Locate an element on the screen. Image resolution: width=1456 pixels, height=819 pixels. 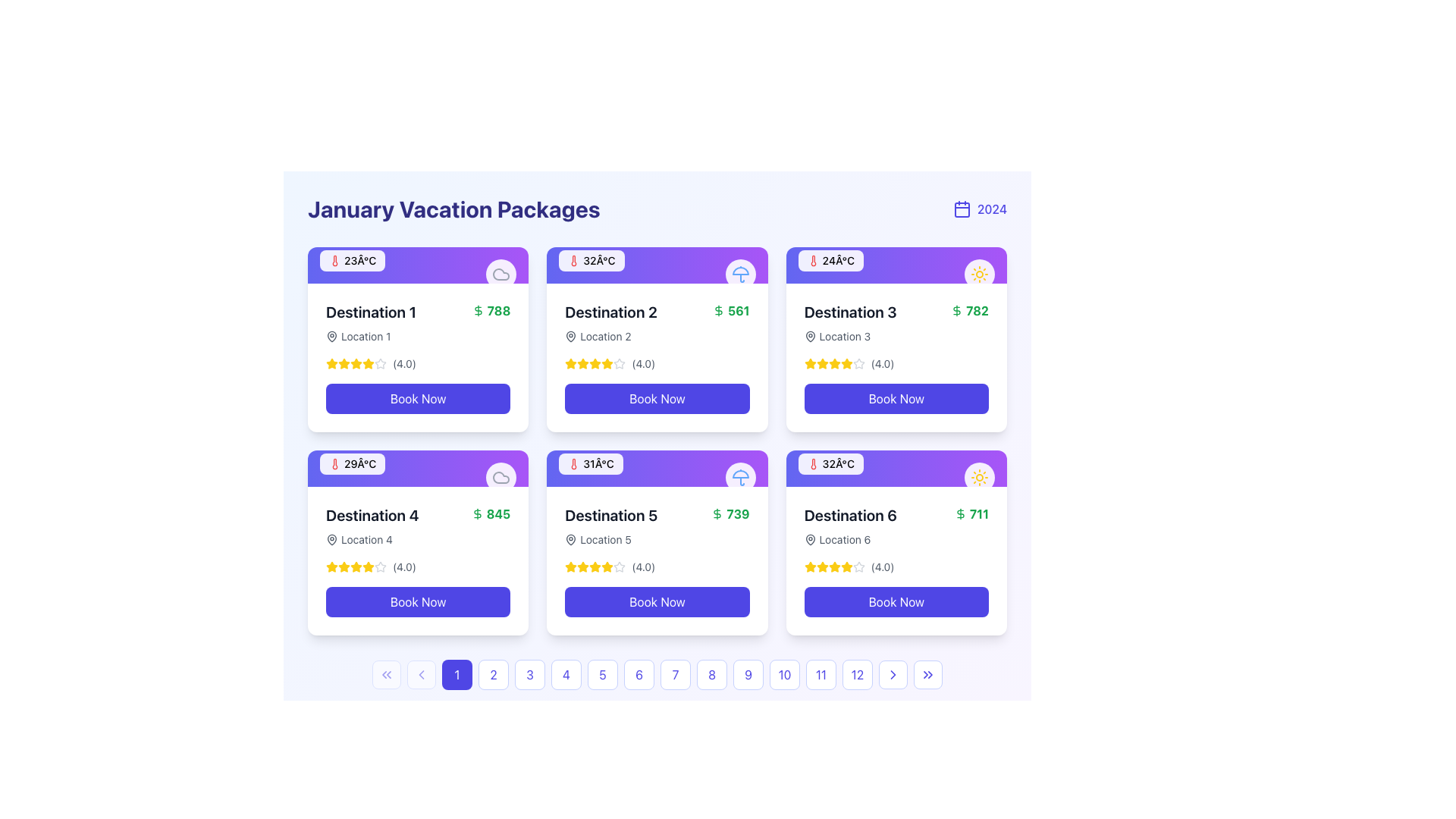
the fifth yellow star icon in the rating system, which is part of the sixth card in a grid layout, indicating a rating of '(4.0)' is located at coordinates (846, 567).